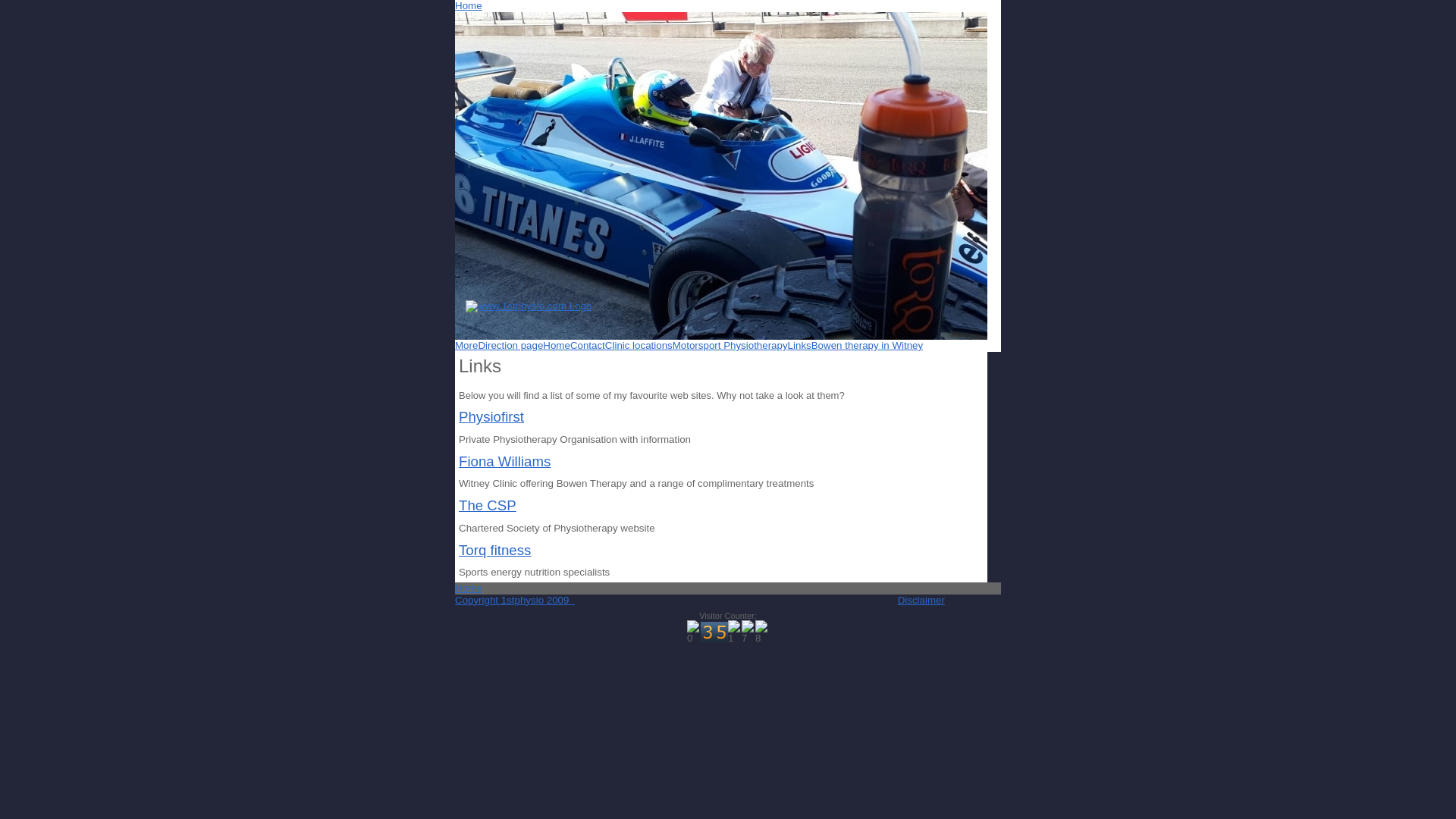  I want to click on 'More', so click(465, 345).